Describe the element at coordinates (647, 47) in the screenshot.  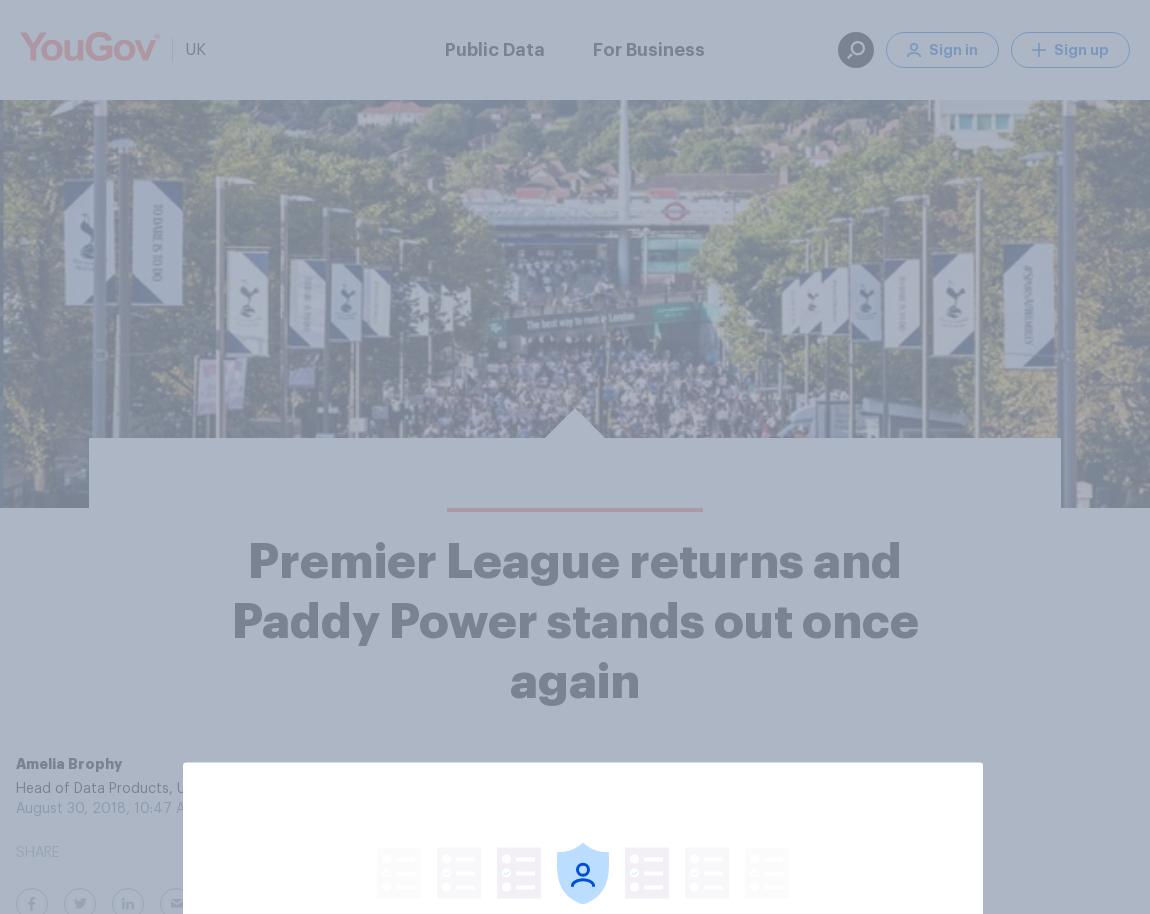
I see `'For Business'` at that location.